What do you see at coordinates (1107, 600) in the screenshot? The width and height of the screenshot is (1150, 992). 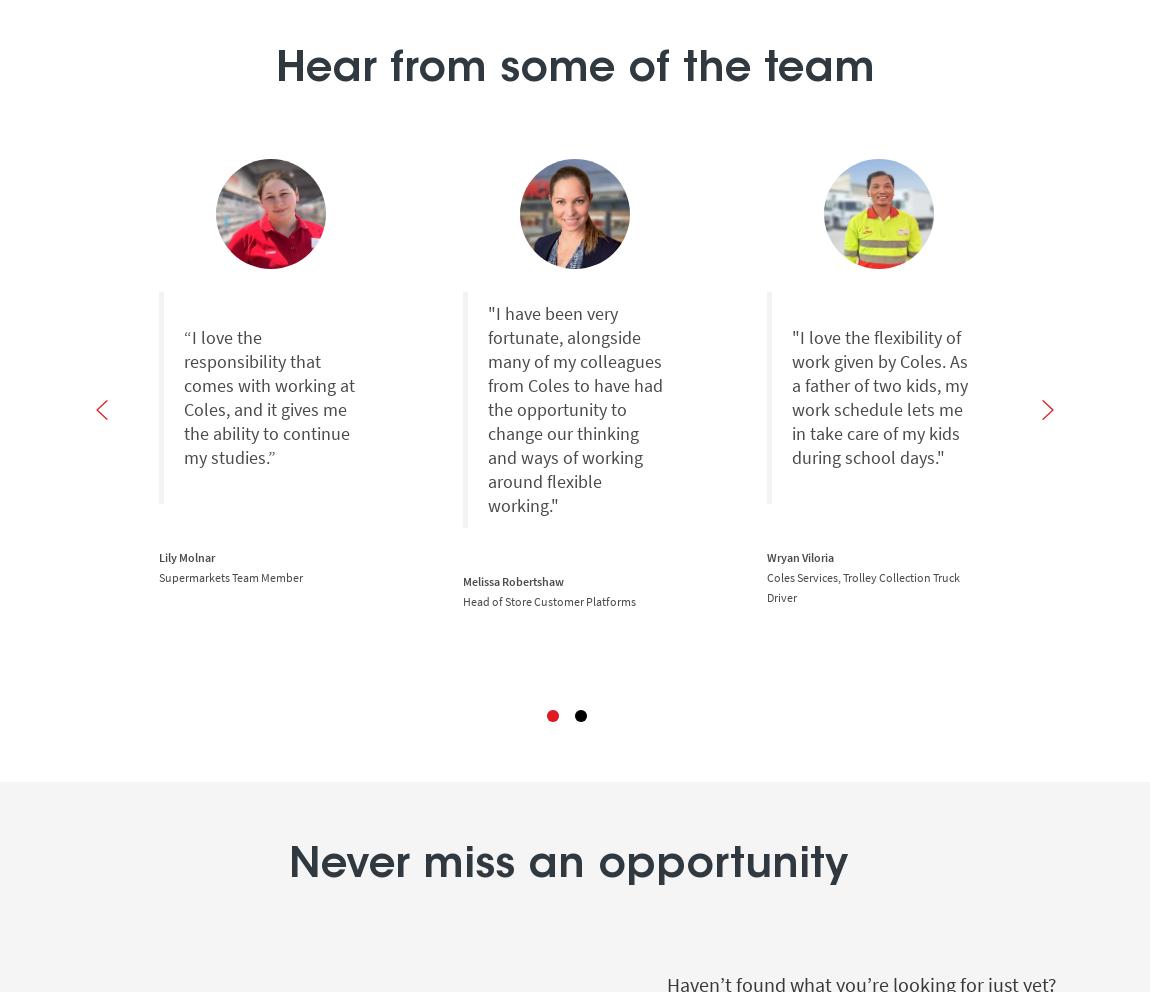 I see `'Store Manager'` at bounding box center [1107, 600].